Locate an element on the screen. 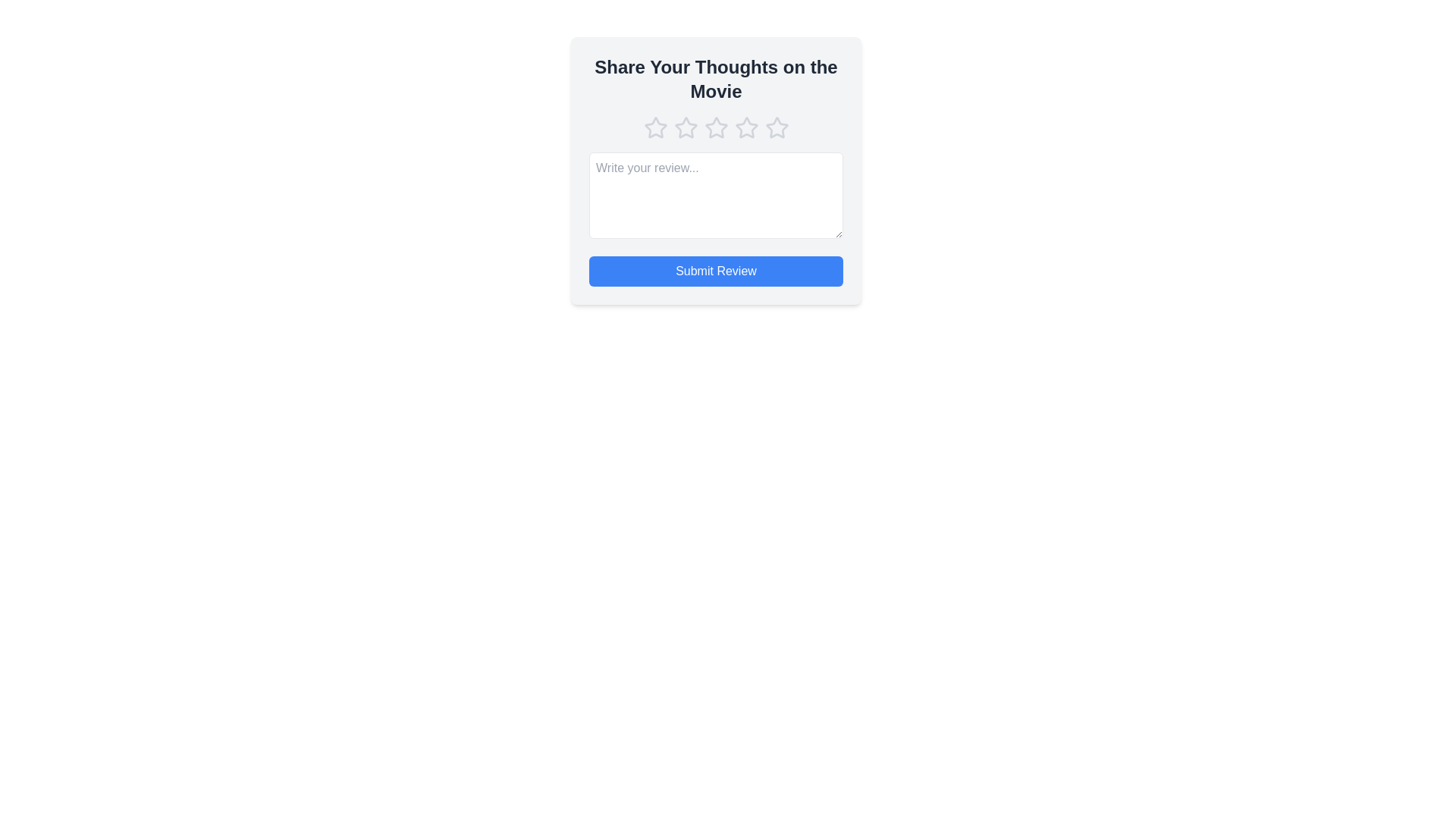 This screenshot has height=819, width=1456. the second star icon in the rating input interface is located at coordinates (685, 127).